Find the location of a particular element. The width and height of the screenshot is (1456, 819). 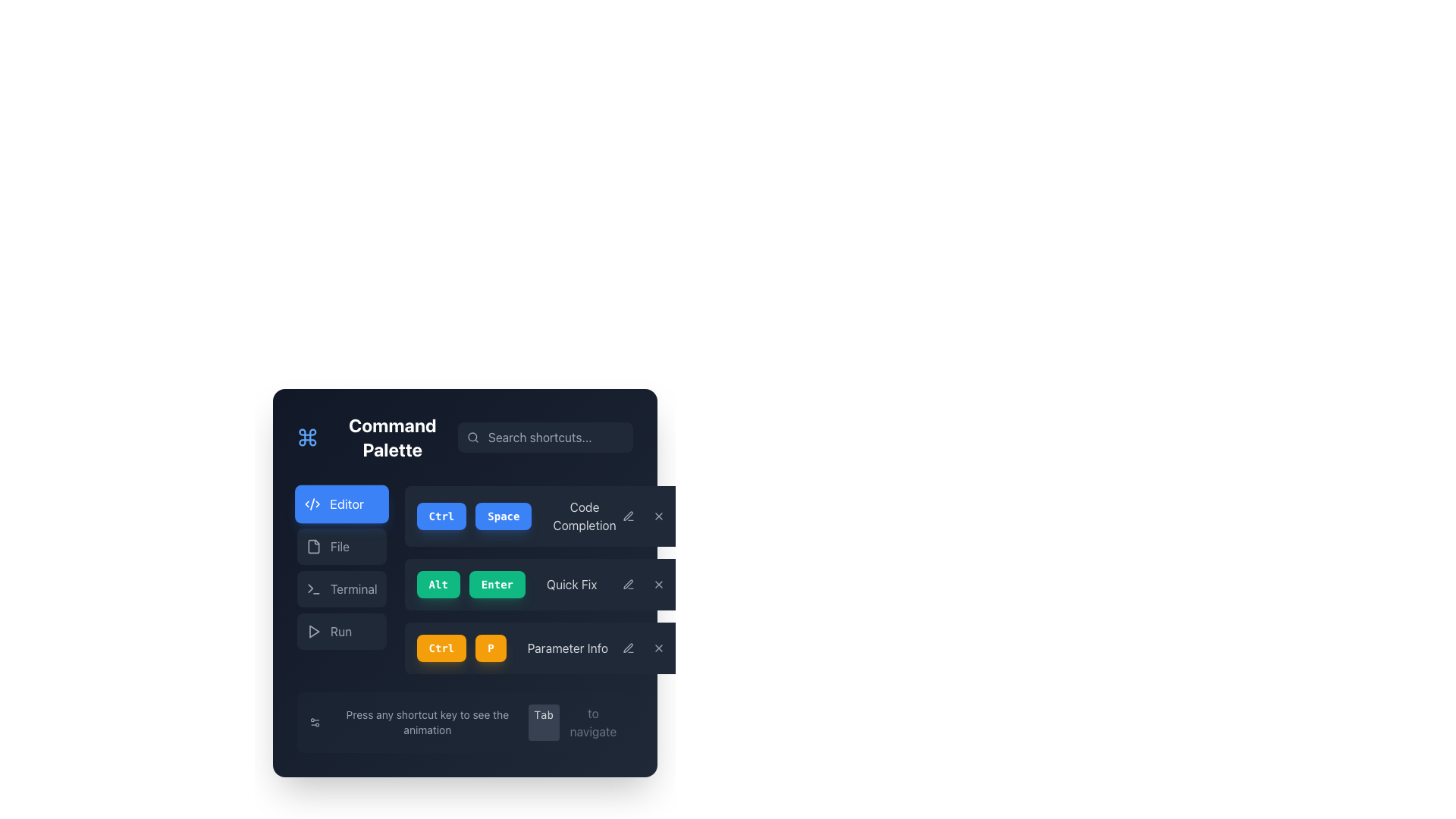

the 'Terminal' button, which is a rounded rectangle with a dark background and light gray text, located as the third item in a vertical list of buttons is located at coordinates (340, 588).